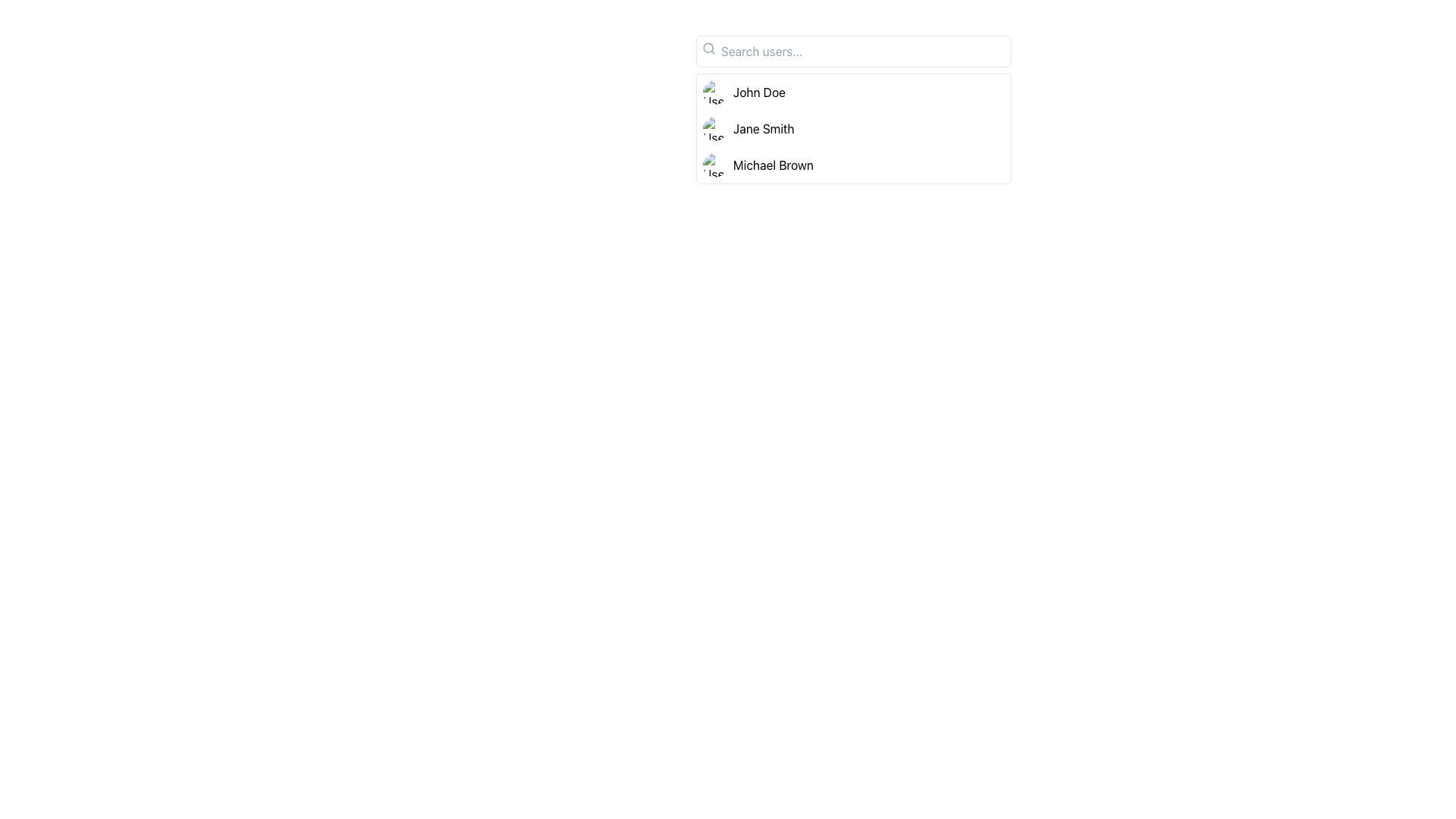 The height and width of the screenshot is (819, 1456). I want to click on the text label displaying the name 'Michael Brown' in black font, which is located on the right side of the user list interface, so click(773, 165).